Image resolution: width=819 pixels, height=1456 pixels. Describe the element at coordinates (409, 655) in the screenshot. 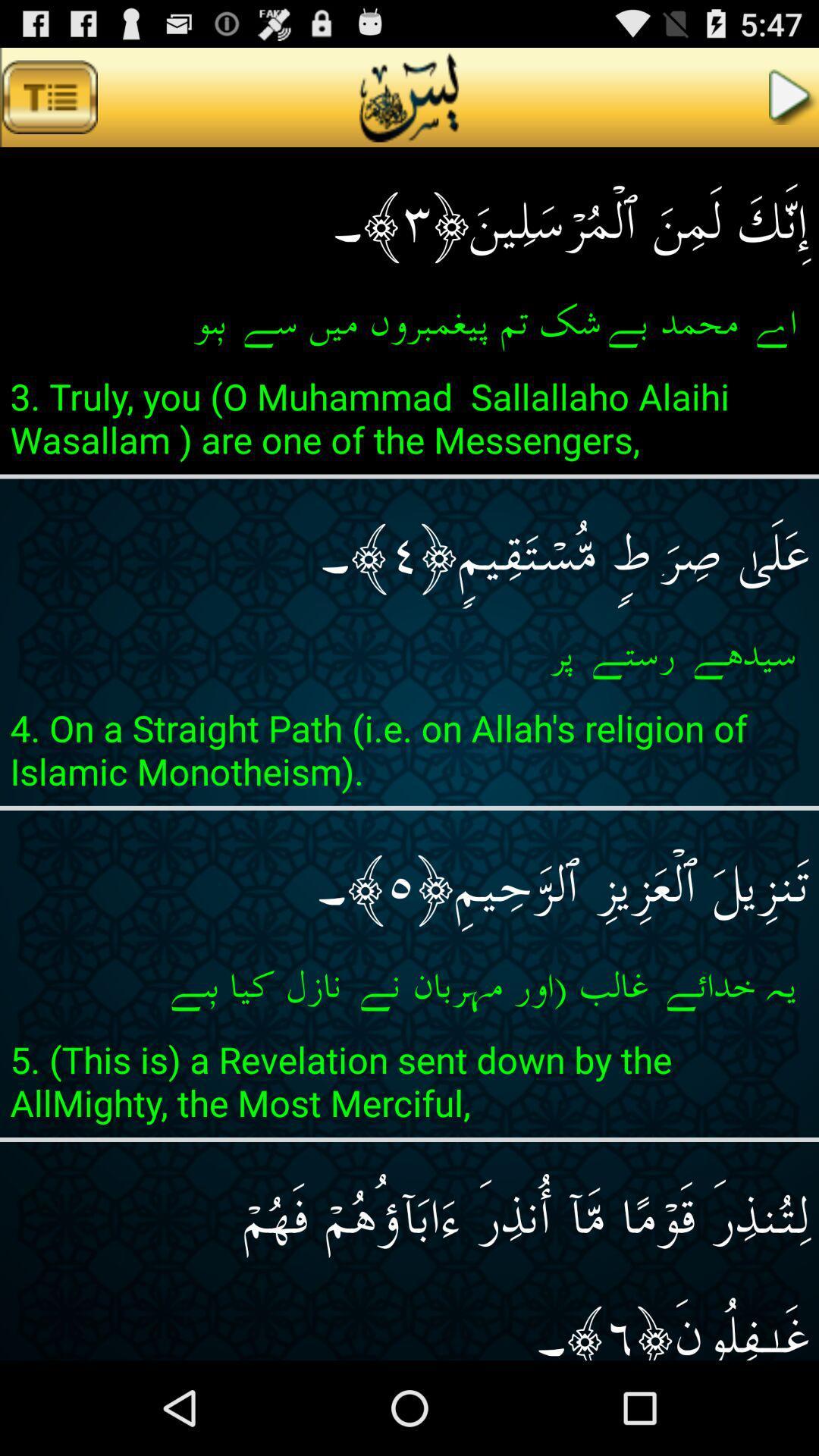

I see `item above 4 on a icon` at that location.